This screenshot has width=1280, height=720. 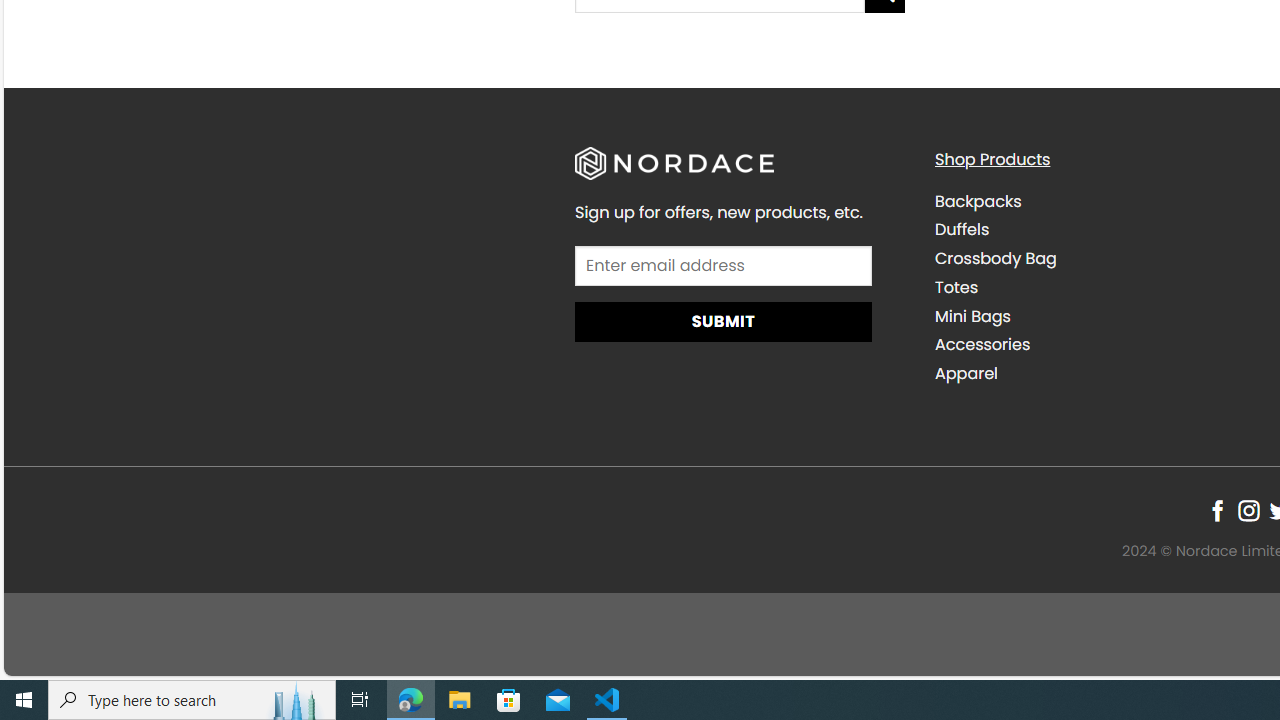 I want to click on 'Submit', so click(x=722, y=320).